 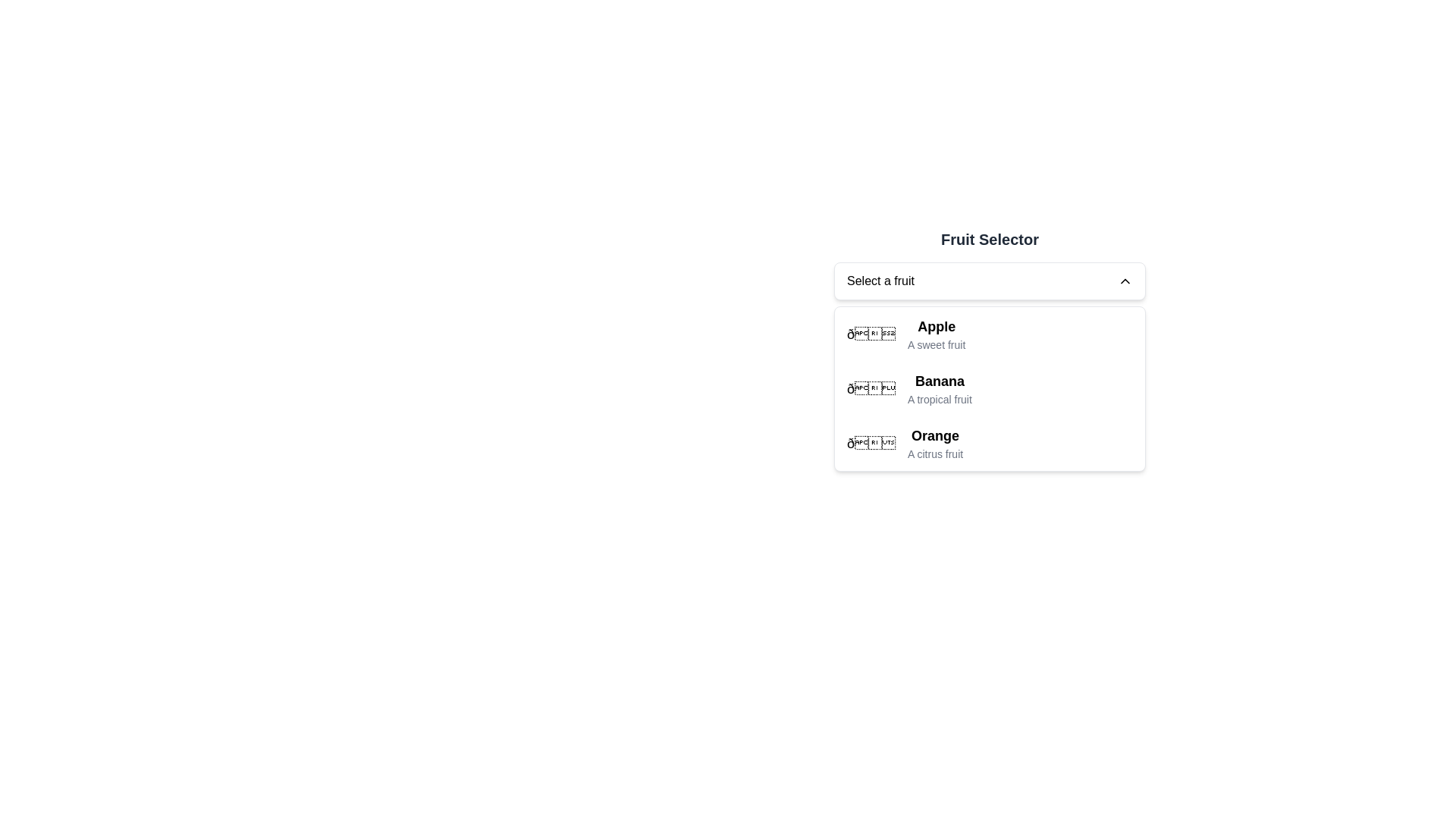 What do you see at coordinates (935, 326) in the screenshot?
I see `the text label displaying 'Apple' in the Fruit Selector dropdown` at bounding box center [935, 326].